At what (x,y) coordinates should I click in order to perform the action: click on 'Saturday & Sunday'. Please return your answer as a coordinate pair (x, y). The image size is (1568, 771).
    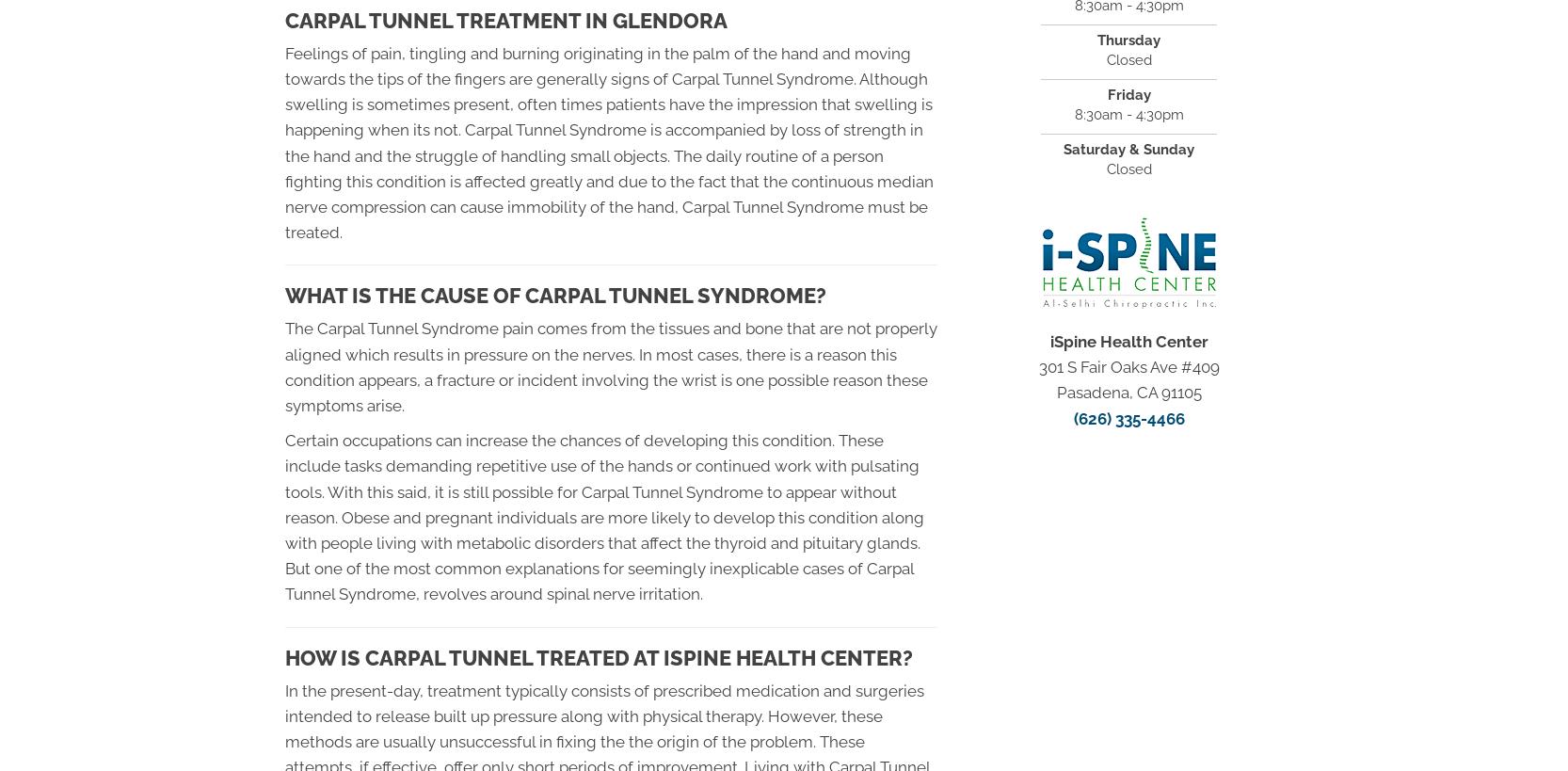
    Looking at the image, I should click on (1128, 147).